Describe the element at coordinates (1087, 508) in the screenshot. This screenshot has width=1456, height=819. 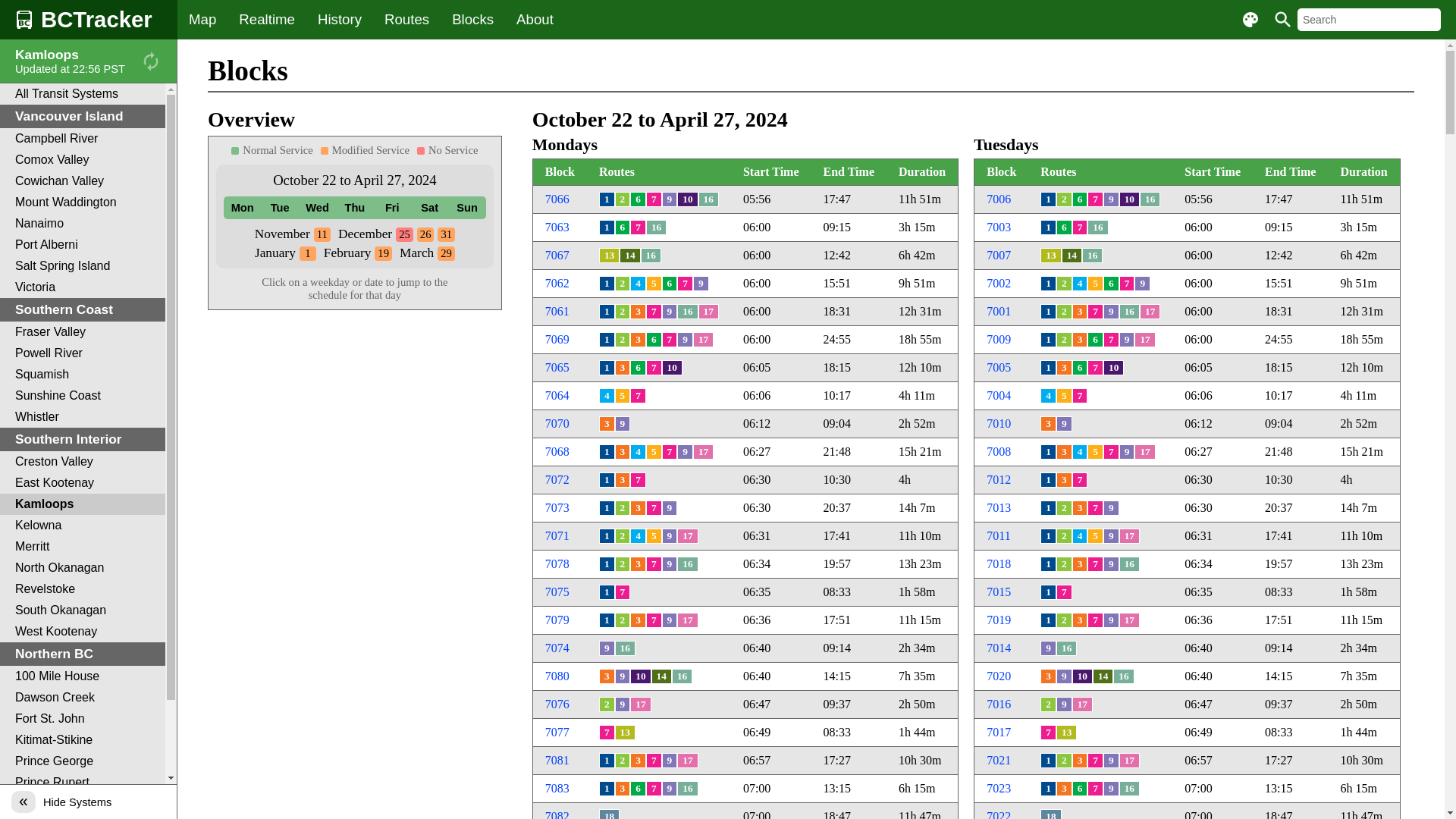
I see `'7'` at that location.